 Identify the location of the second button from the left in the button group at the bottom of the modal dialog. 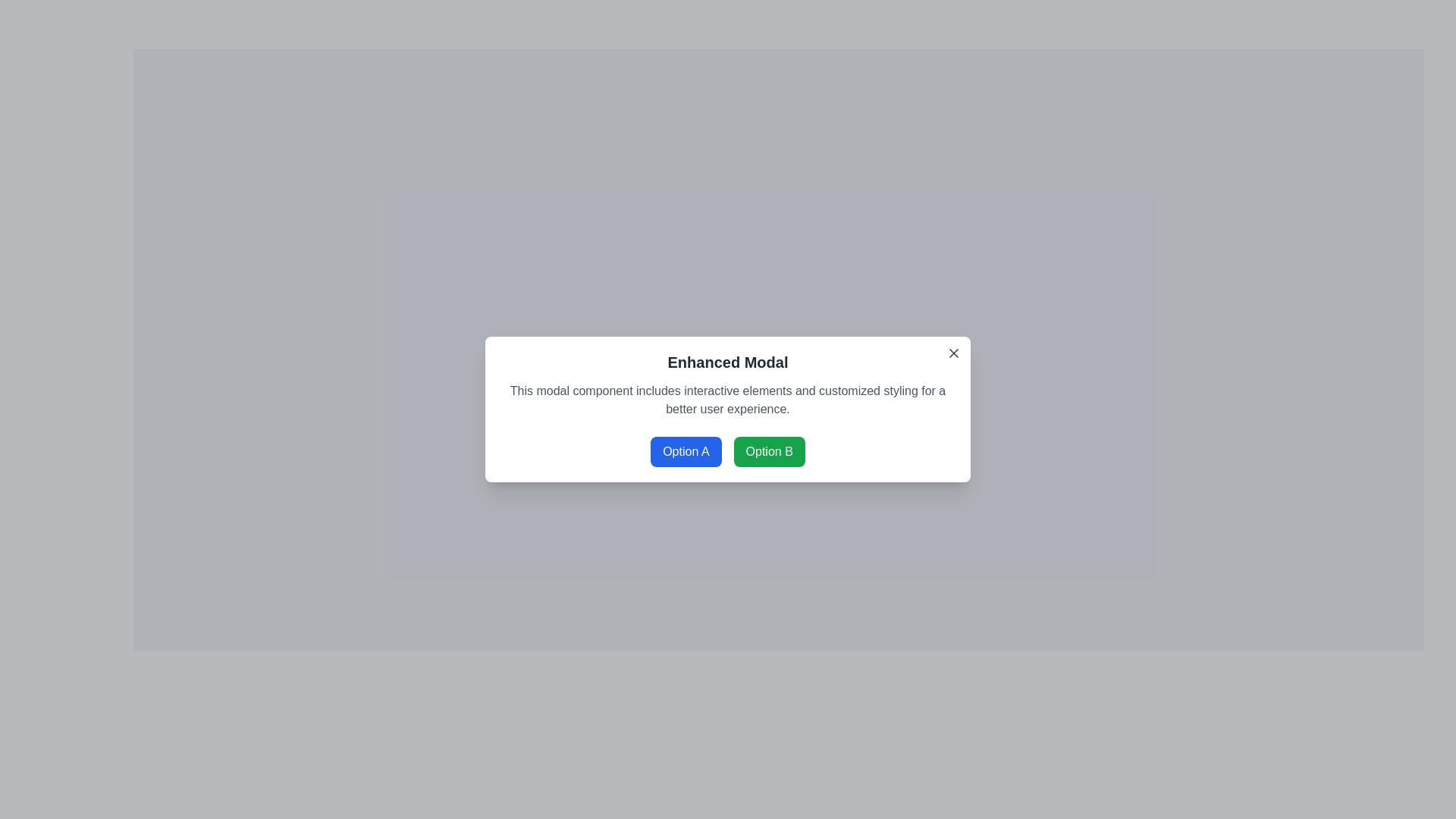
(769, 451).